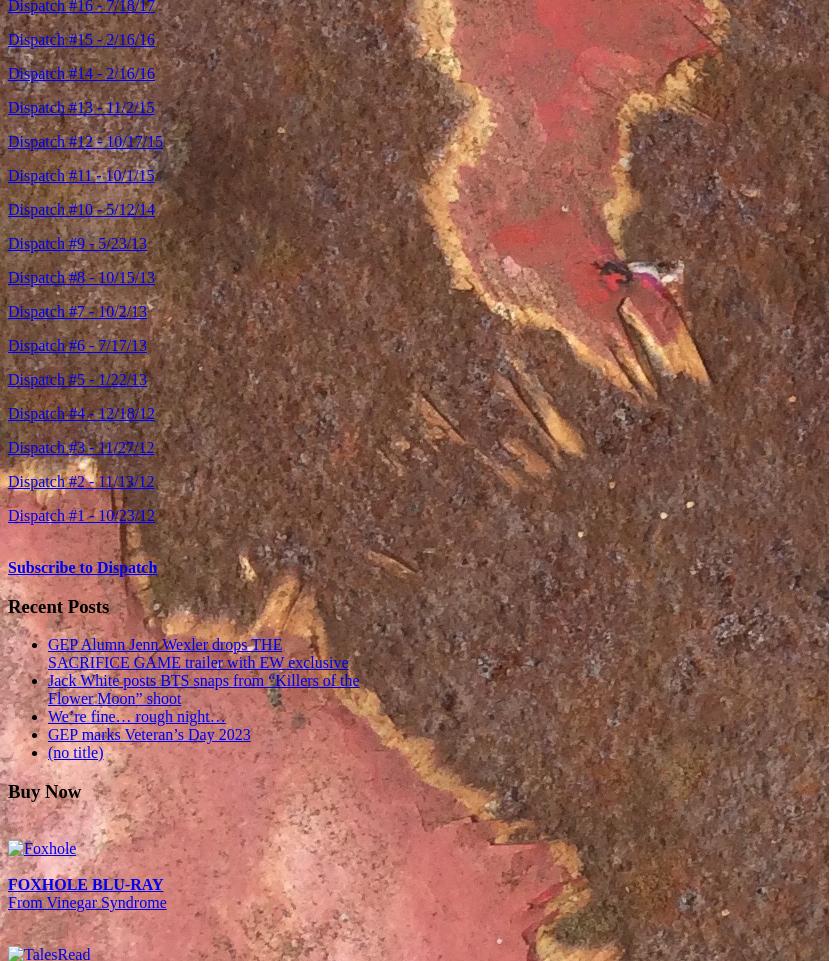 Image resolution: width=832 pixels, height=961 pixels. I want to click on '(no title)', so click(74, 751).